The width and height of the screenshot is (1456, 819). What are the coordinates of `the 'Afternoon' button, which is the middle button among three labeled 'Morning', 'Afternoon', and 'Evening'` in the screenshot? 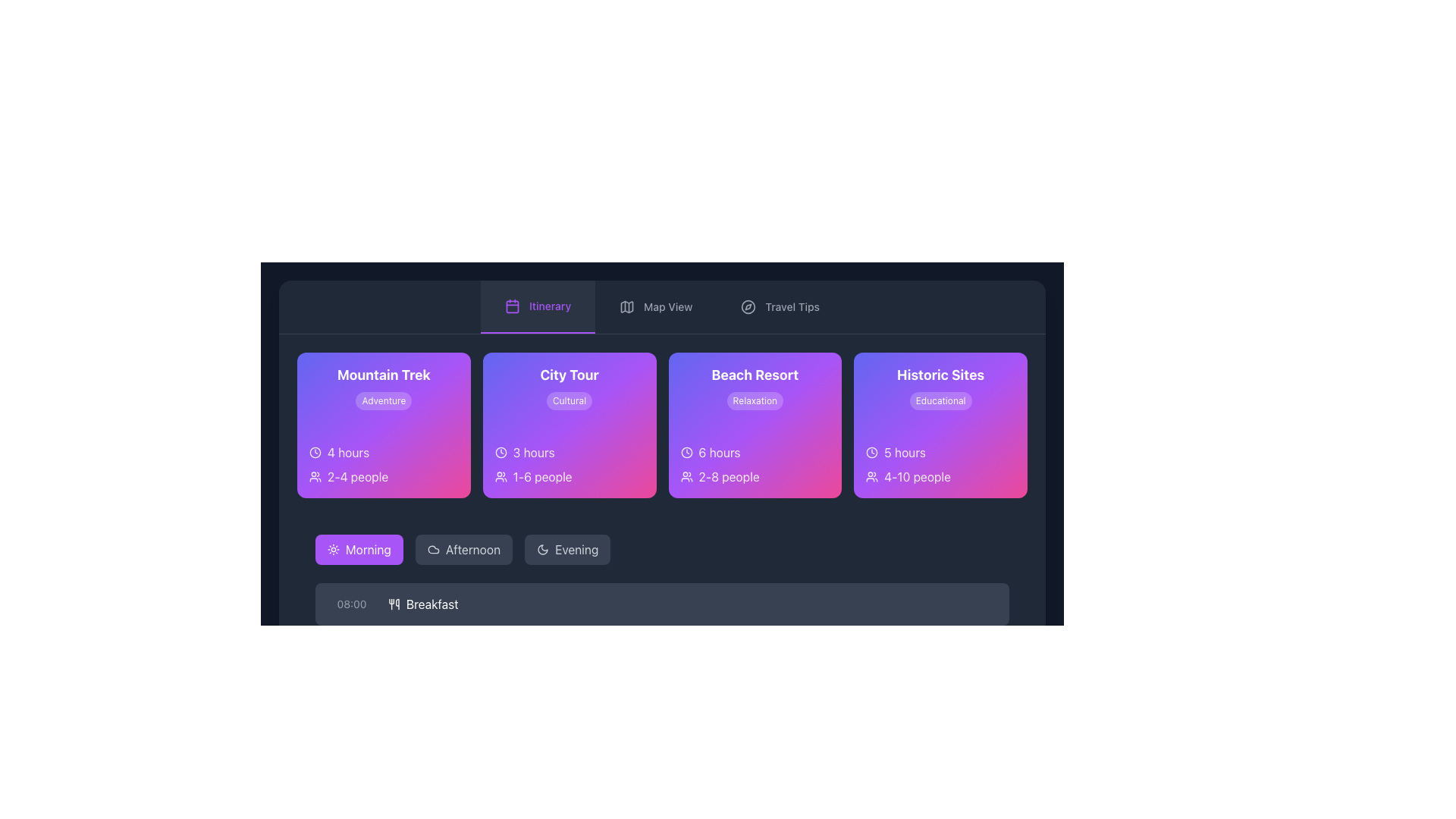 It's located at (463, 550).